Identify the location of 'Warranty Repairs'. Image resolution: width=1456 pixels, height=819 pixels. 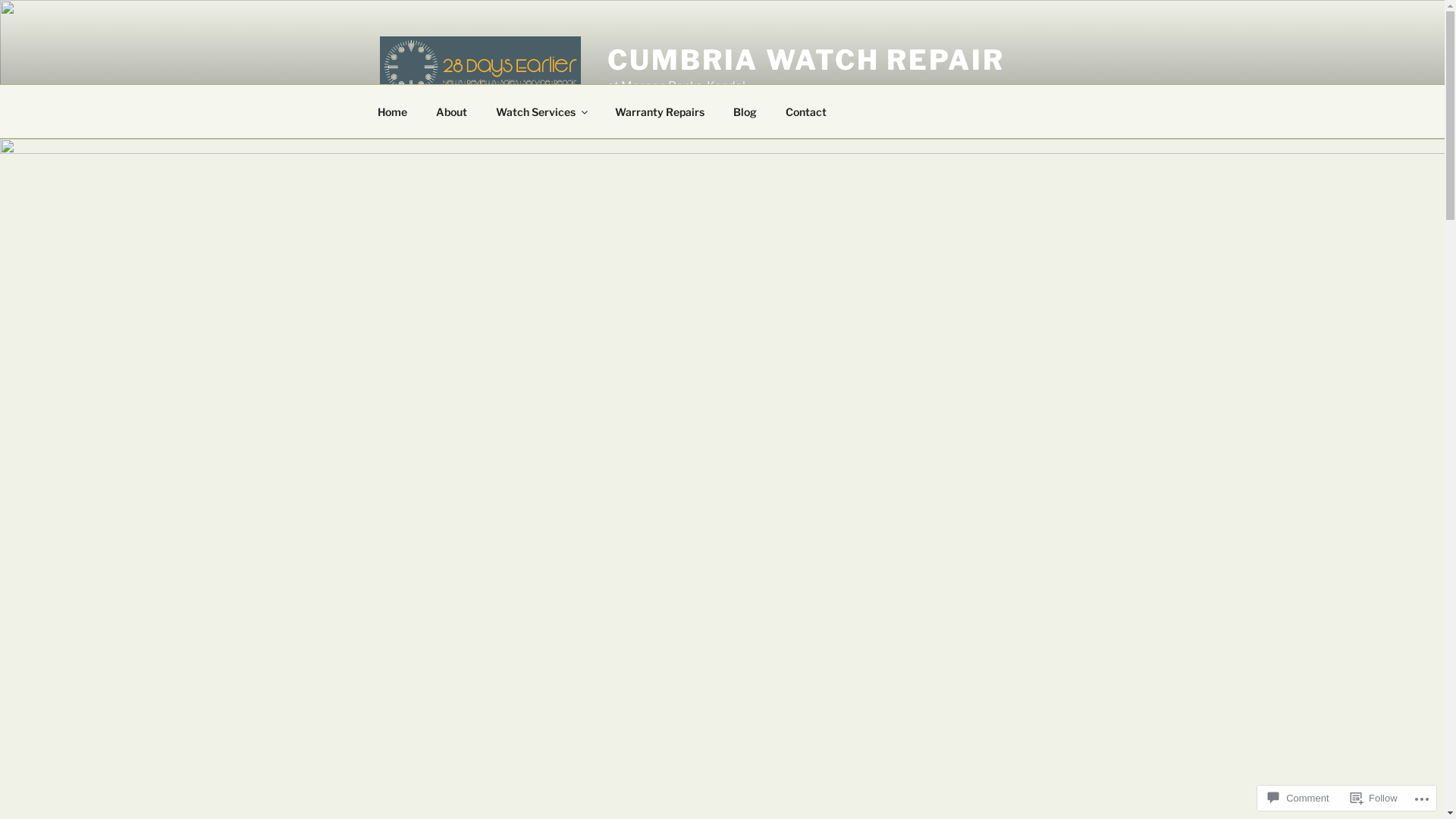
(660, 110).